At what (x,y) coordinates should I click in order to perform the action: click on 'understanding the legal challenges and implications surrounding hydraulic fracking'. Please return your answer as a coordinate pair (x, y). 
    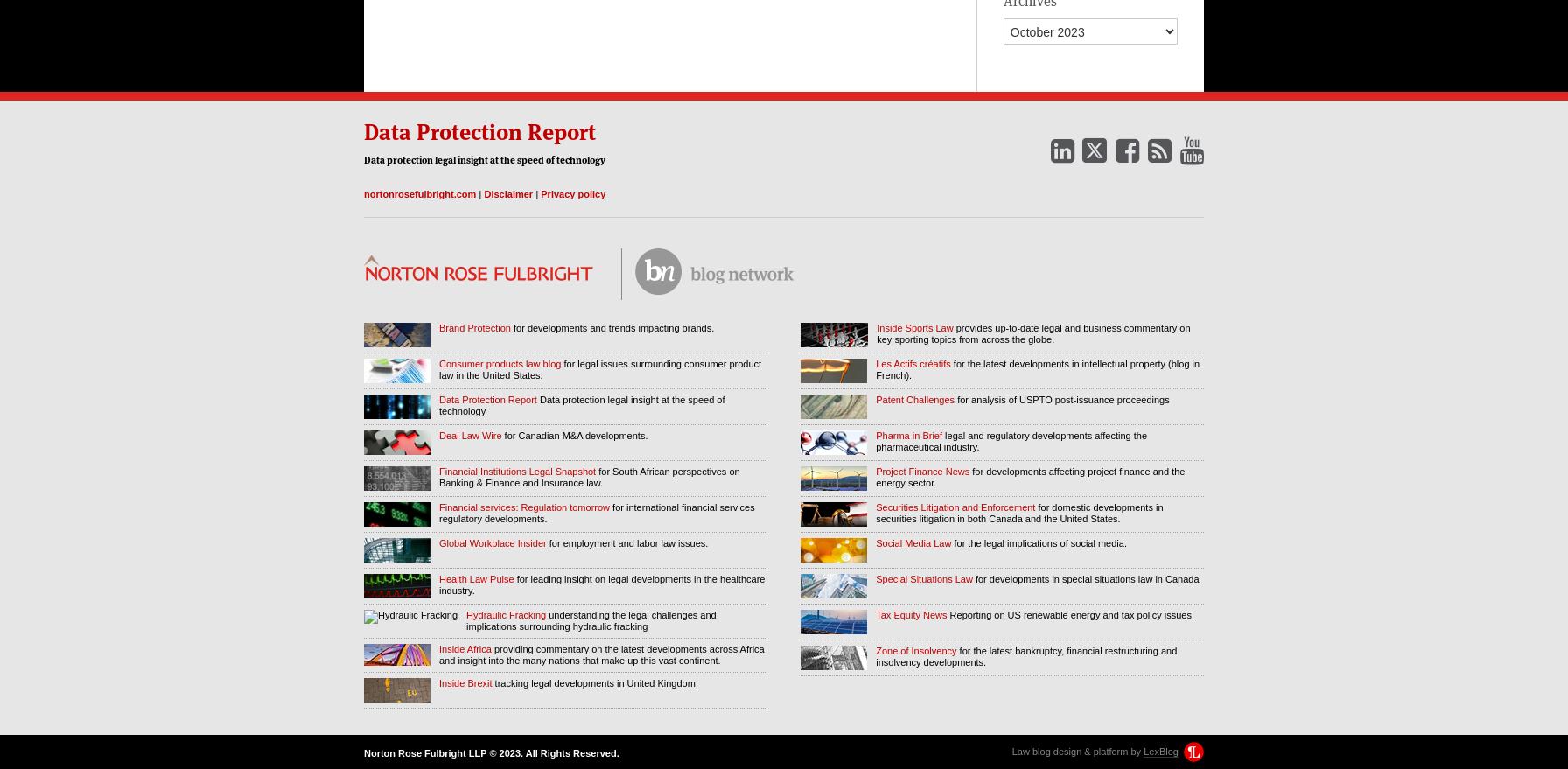
    Looking at the image, I should click on (591, 619).